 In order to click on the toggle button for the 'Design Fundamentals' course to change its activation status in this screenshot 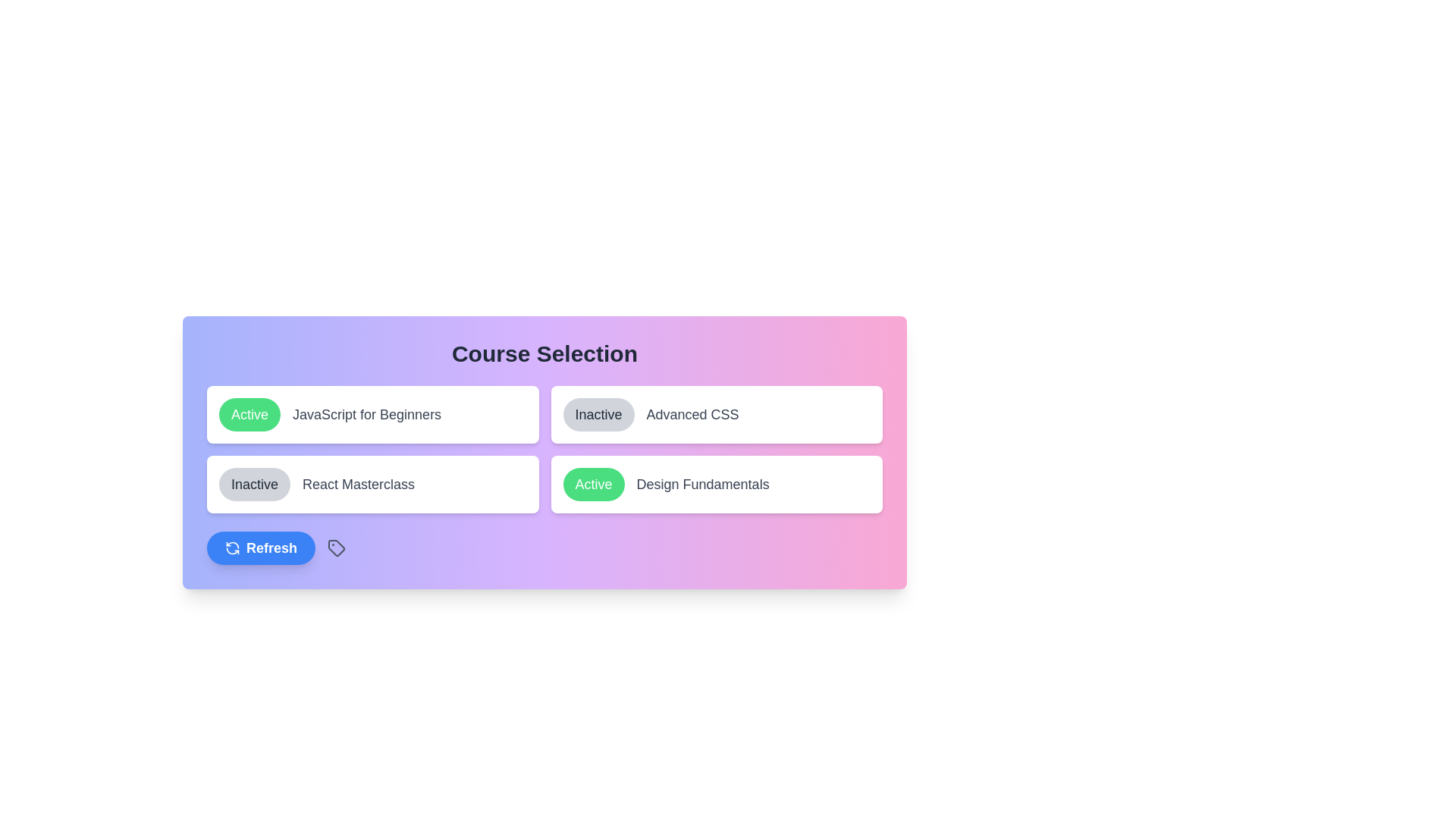, I will do `click(592, 485)`.